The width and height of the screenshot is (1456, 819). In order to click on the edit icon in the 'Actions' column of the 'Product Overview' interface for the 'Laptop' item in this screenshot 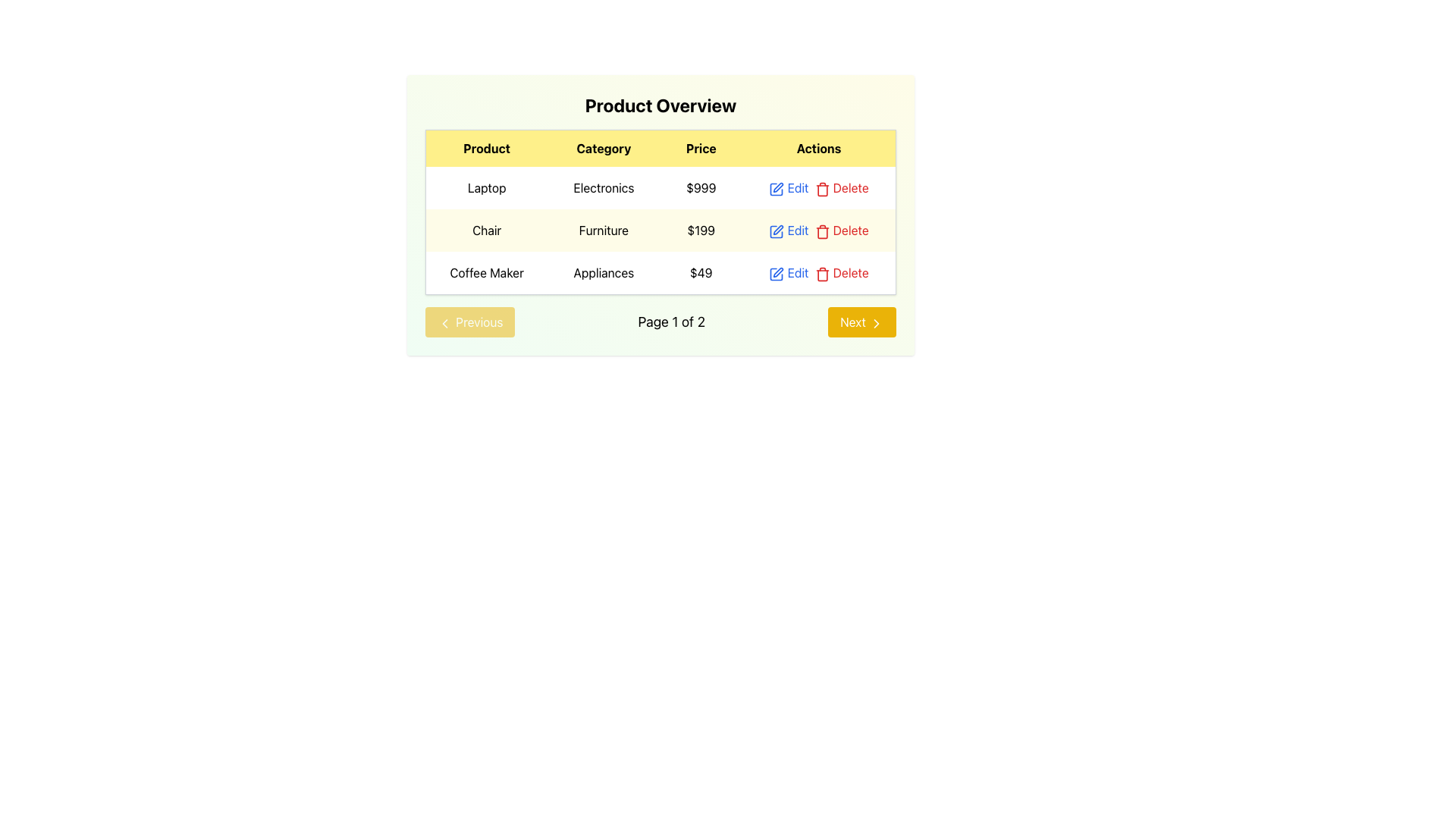, I will do `click(779, 187)`.